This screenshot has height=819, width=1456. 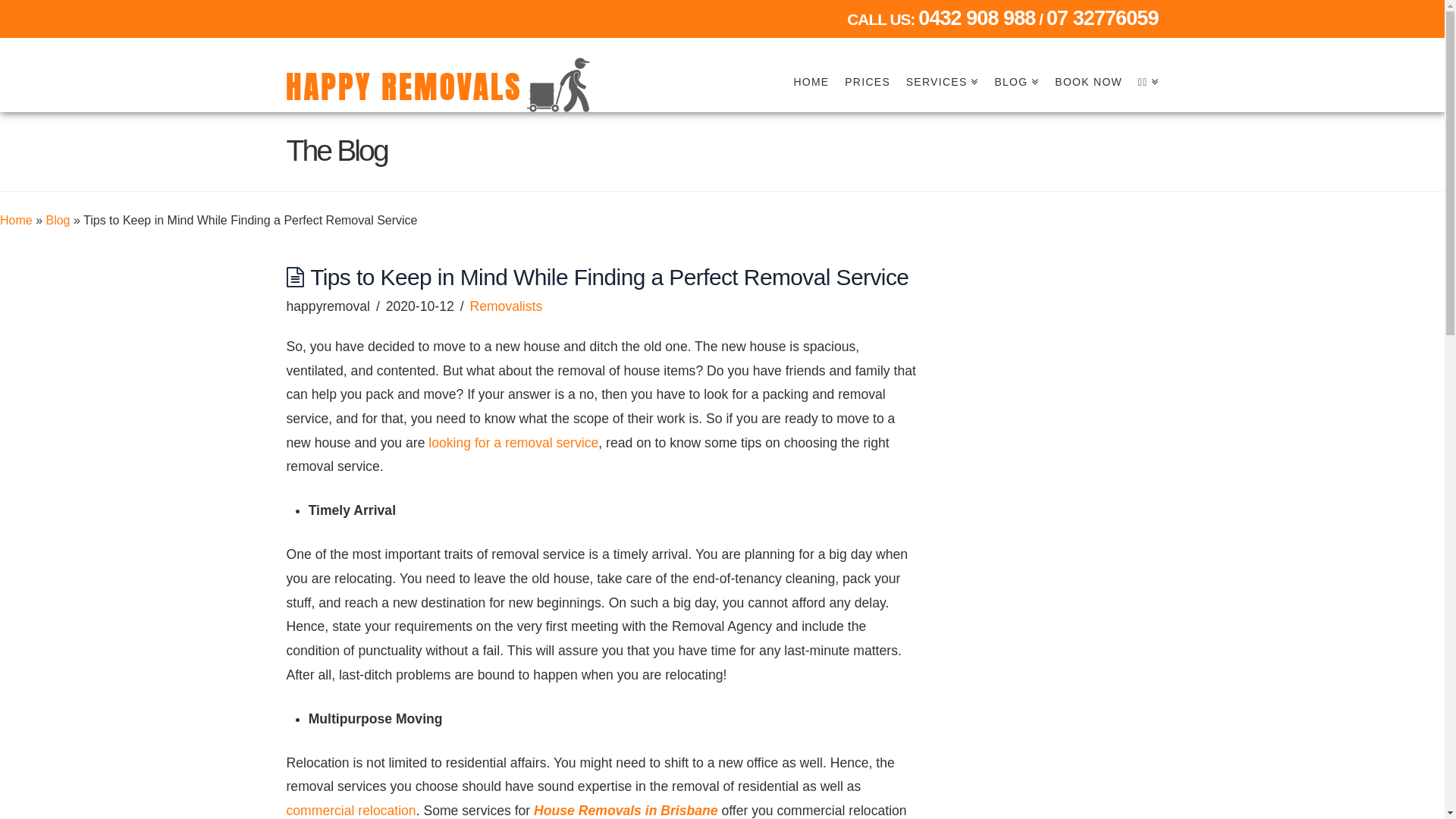 What do you see at coordinates (626, 809) in the screenshot?
I see `'House Removals in Brisbane'` at bounding box center [626, 809].